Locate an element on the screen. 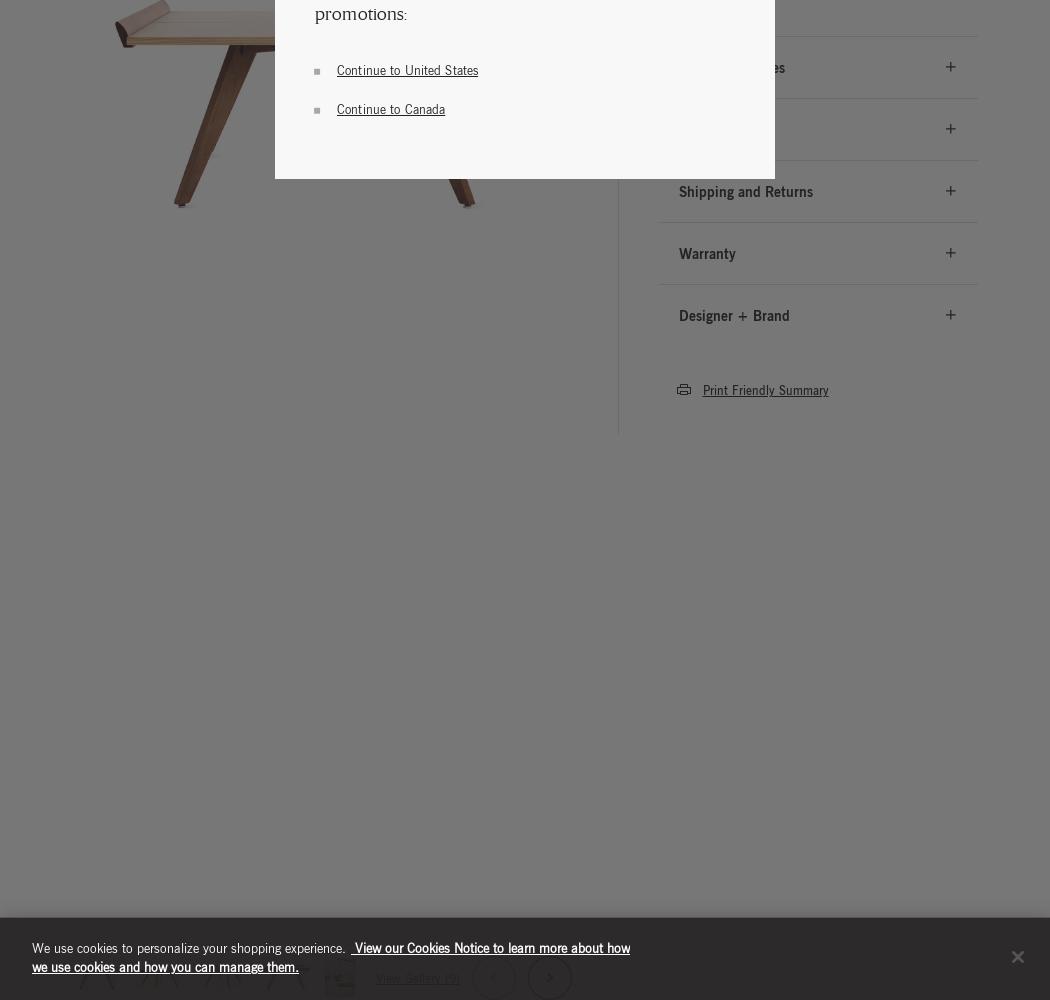 This screenshot has width=1050, height=1000. 'Warranty' is located at coordinates (706, 253).